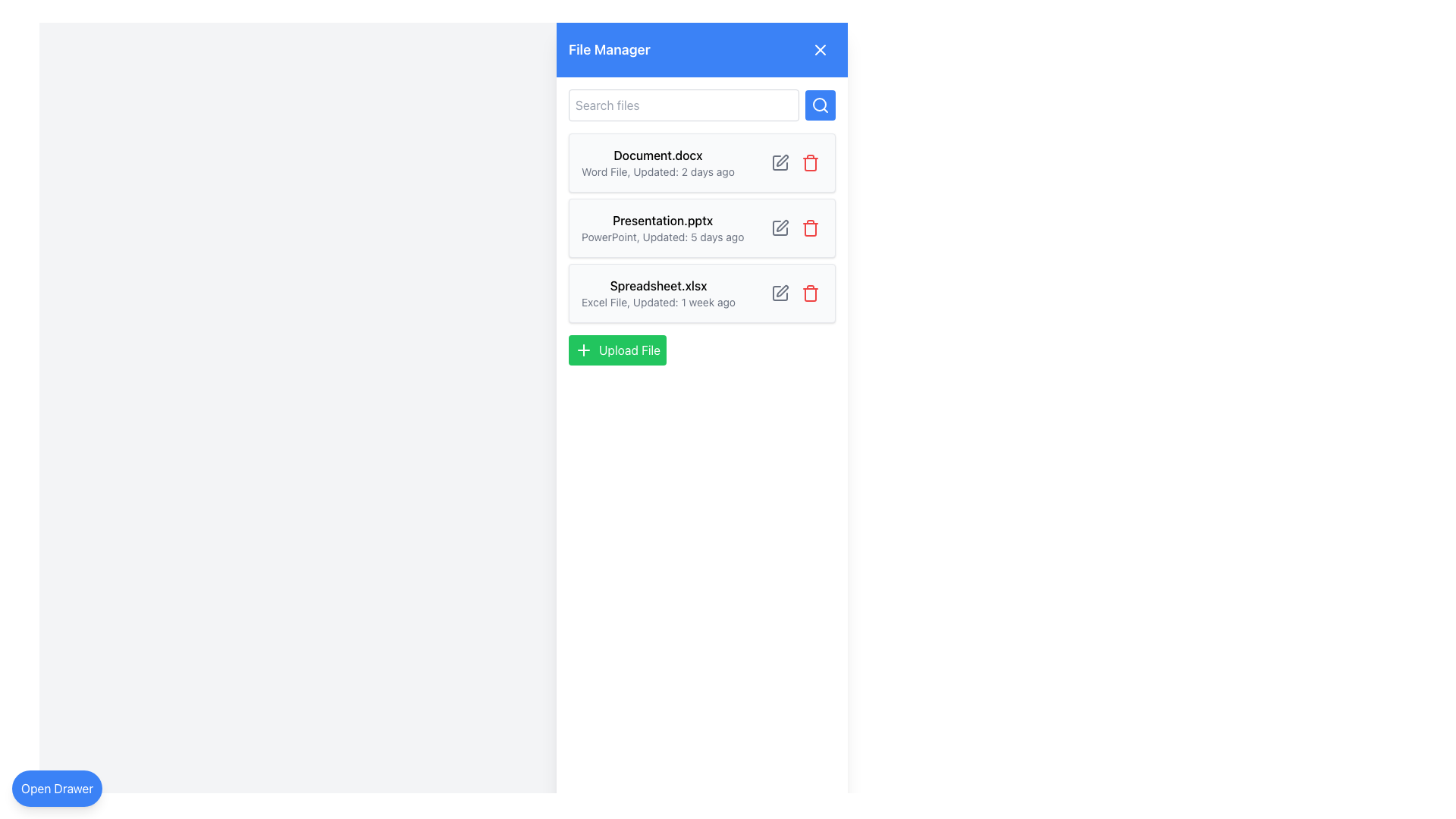  I want to click on the search trigger icon located inside a blue circular button in the upper blue bar of the sidebar interface, positioned directly to the right of the search input field to initiate the search action, so click(819, 104).